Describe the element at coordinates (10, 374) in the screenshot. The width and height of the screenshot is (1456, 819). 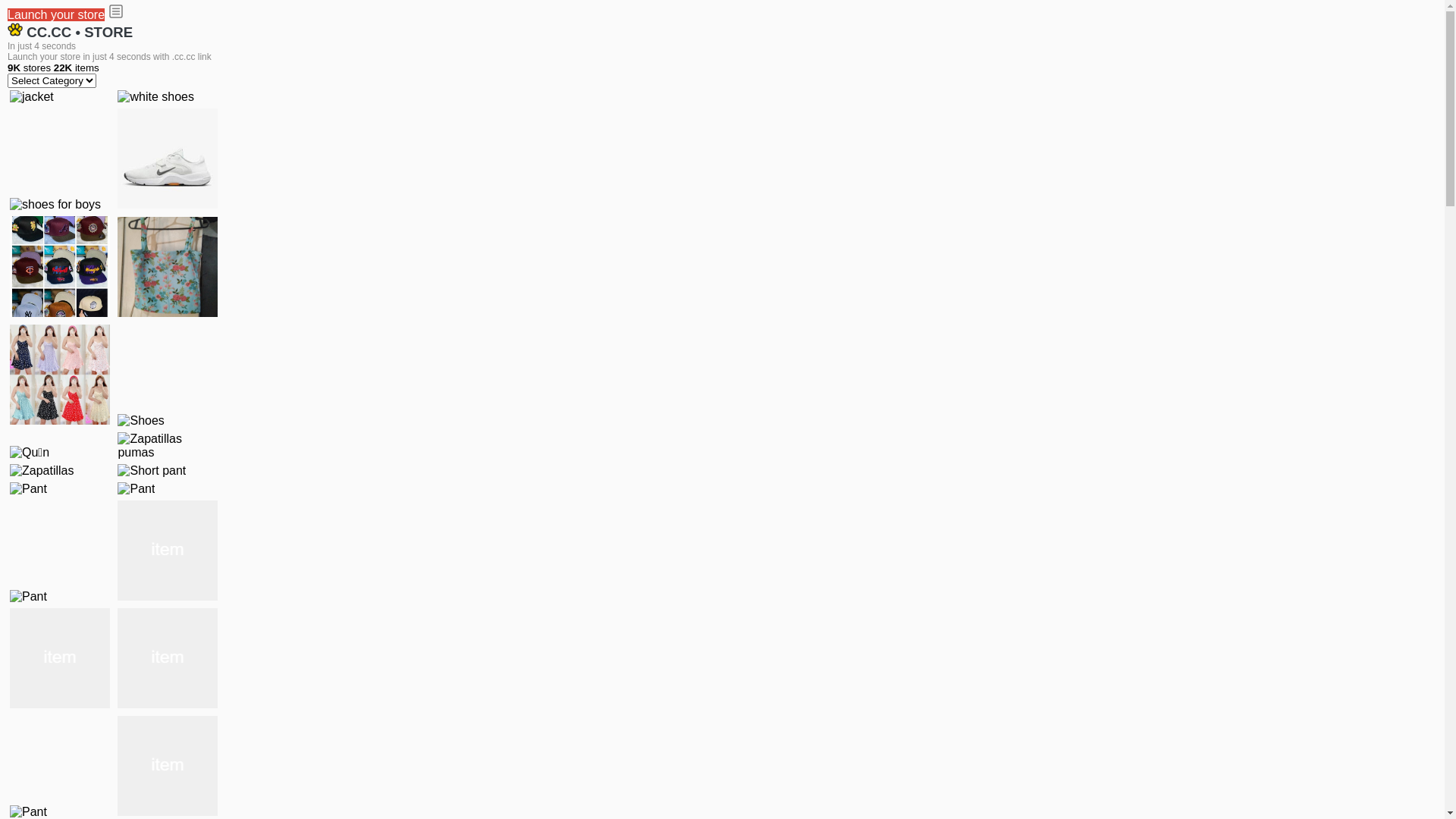
I see `'Dress/square nect top'` at that location.